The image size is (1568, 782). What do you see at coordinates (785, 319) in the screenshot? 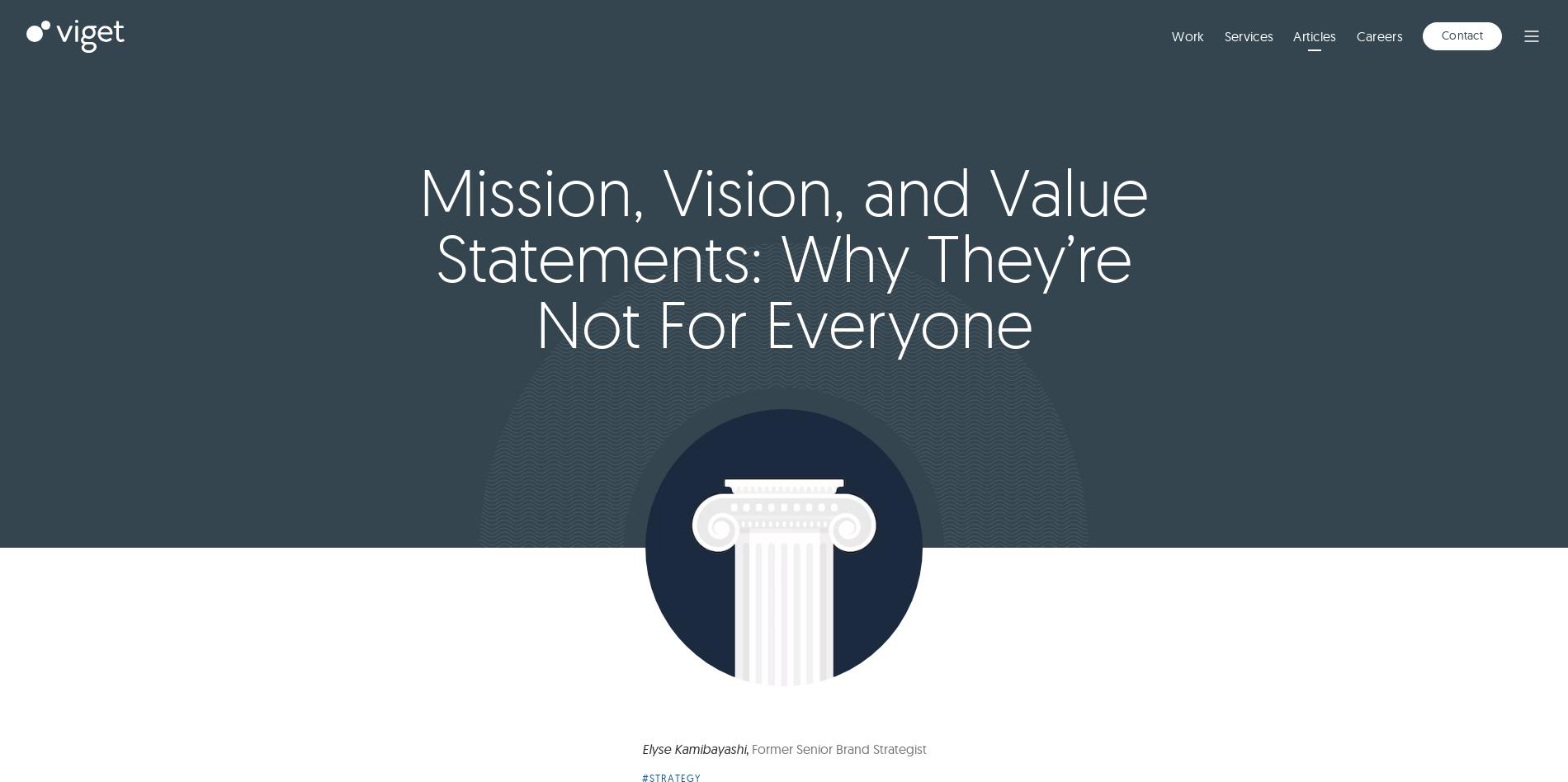
I see `'to gather wood, divide the'` at bounding box center [785, 319].